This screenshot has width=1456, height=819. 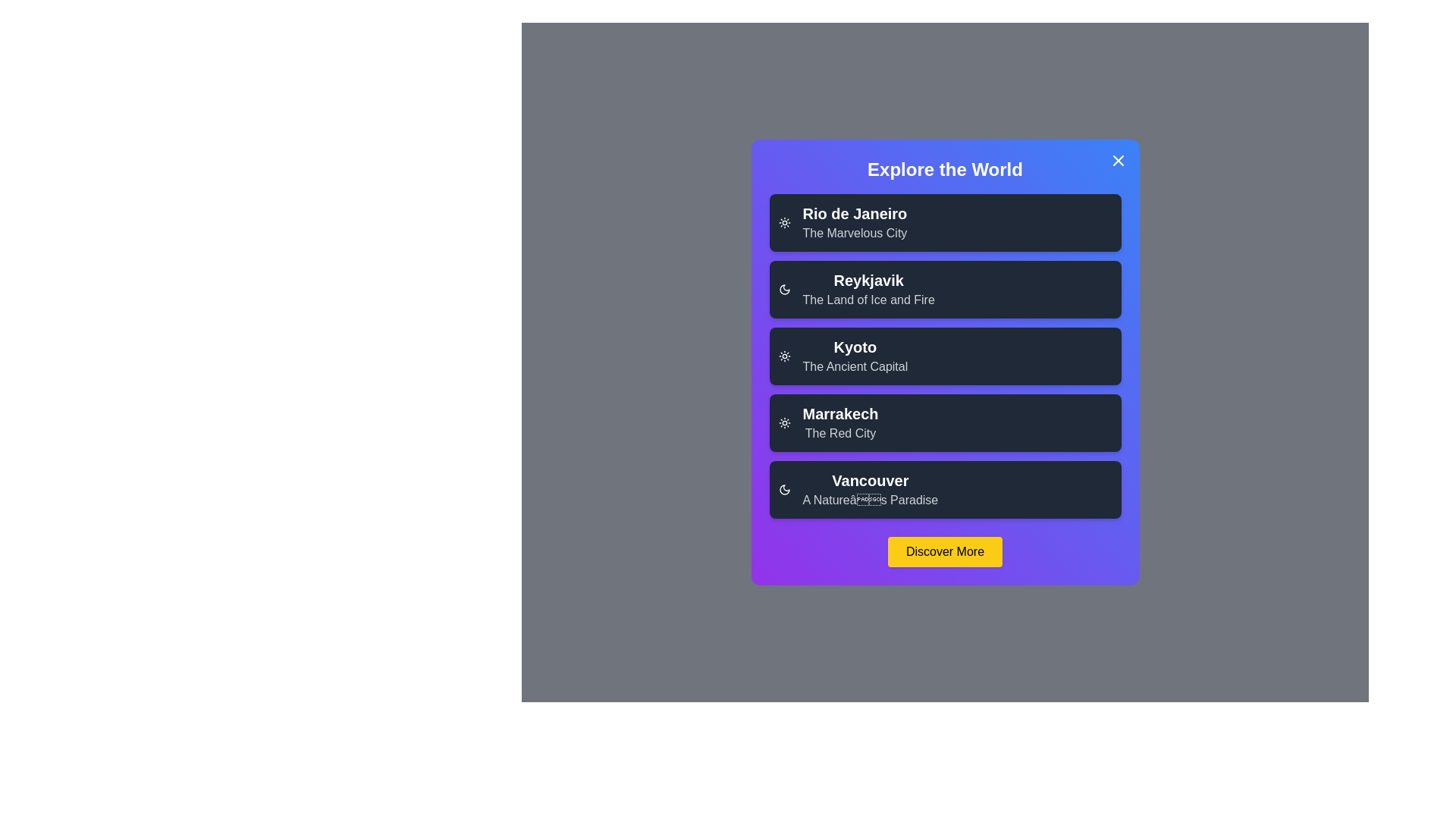 I want to click on the 'Discover More' button, so click(x=944, y=552).